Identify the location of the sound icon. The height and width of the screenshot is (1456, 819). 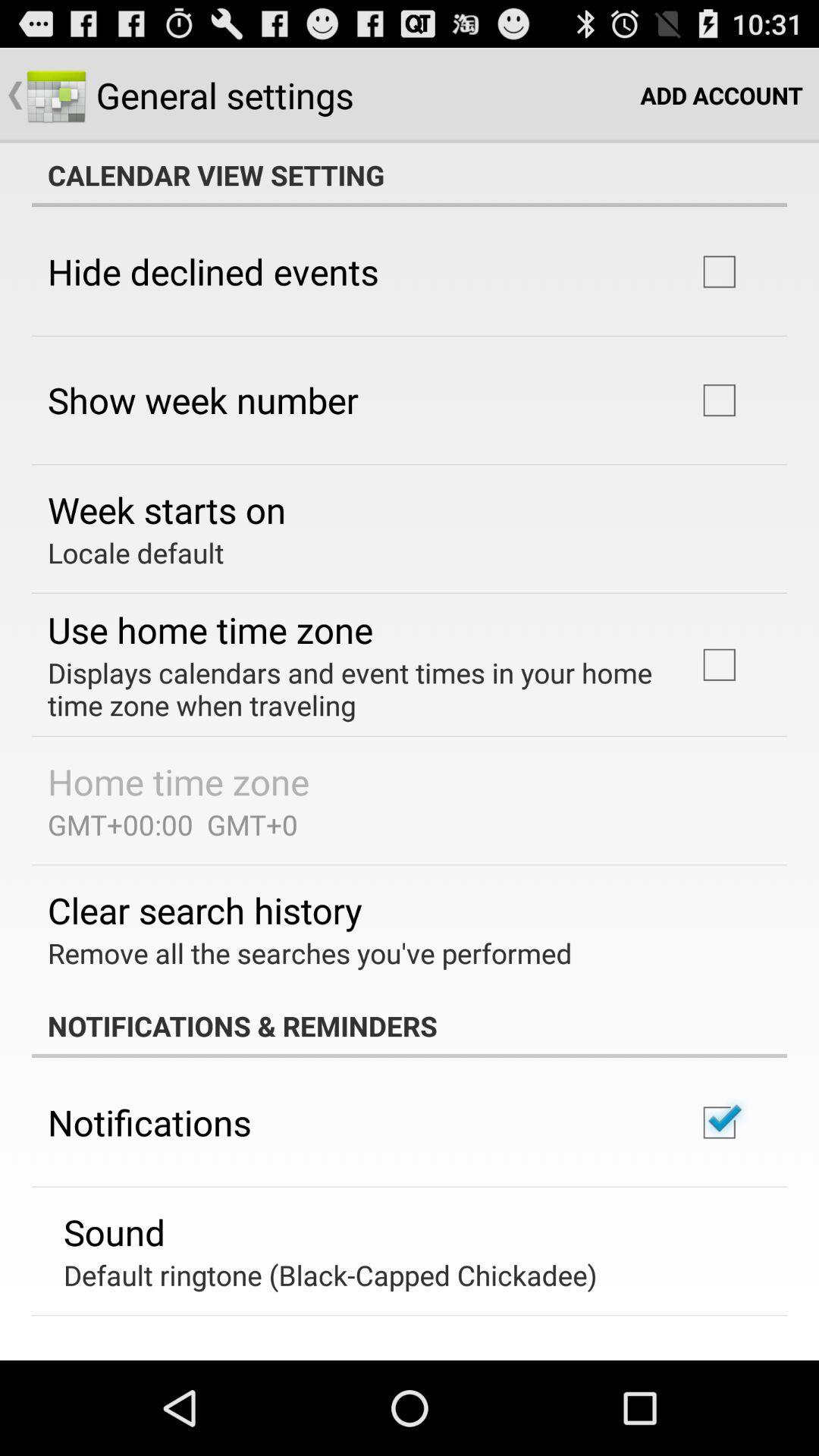
(114, 1232).